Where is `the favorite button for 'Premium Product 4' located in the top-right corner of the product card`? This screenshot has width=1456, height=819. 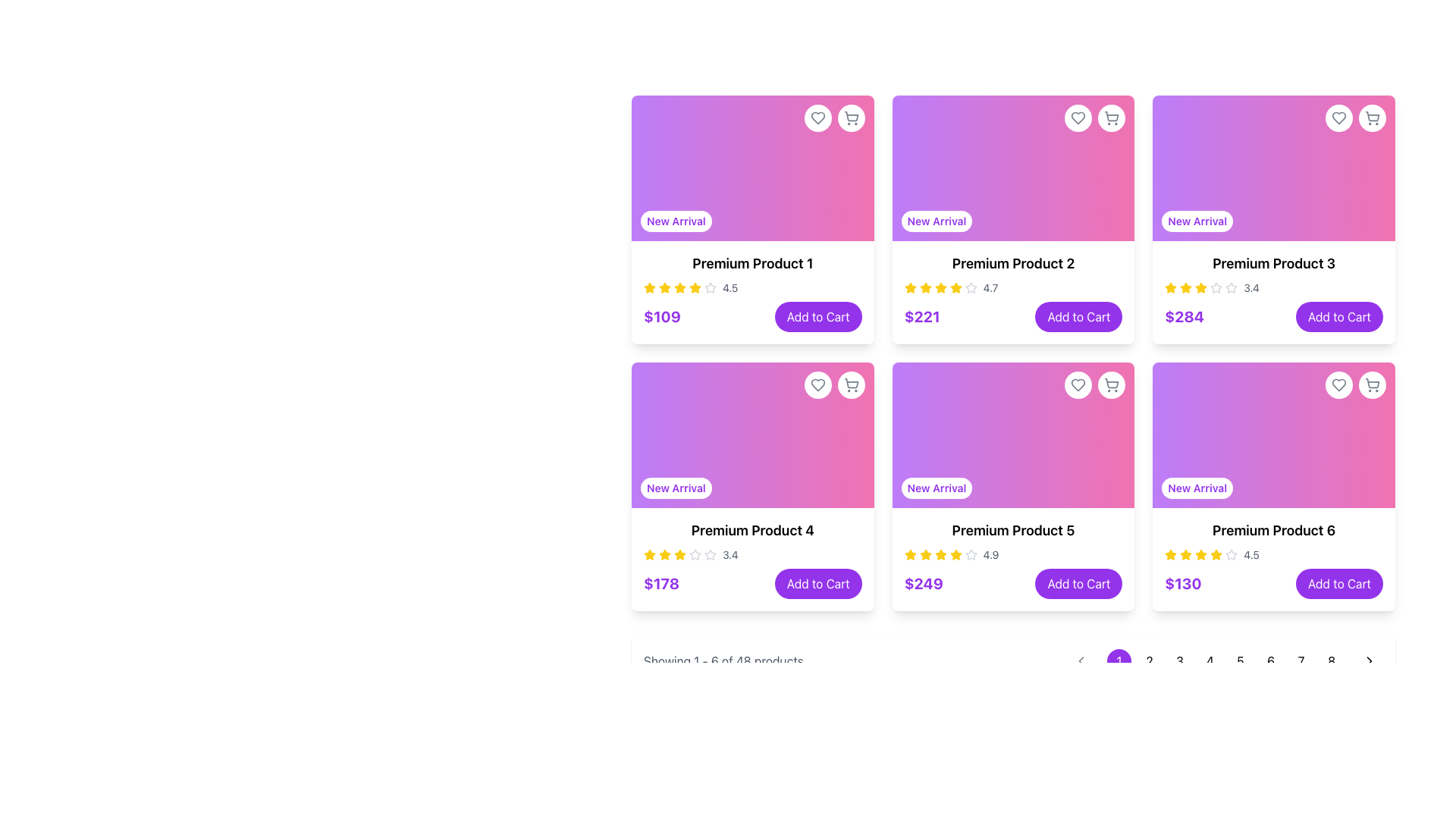 the favorite button for 'Premium Product 4' located in the top-right corner of the product card is located at coordinates (817, 384).